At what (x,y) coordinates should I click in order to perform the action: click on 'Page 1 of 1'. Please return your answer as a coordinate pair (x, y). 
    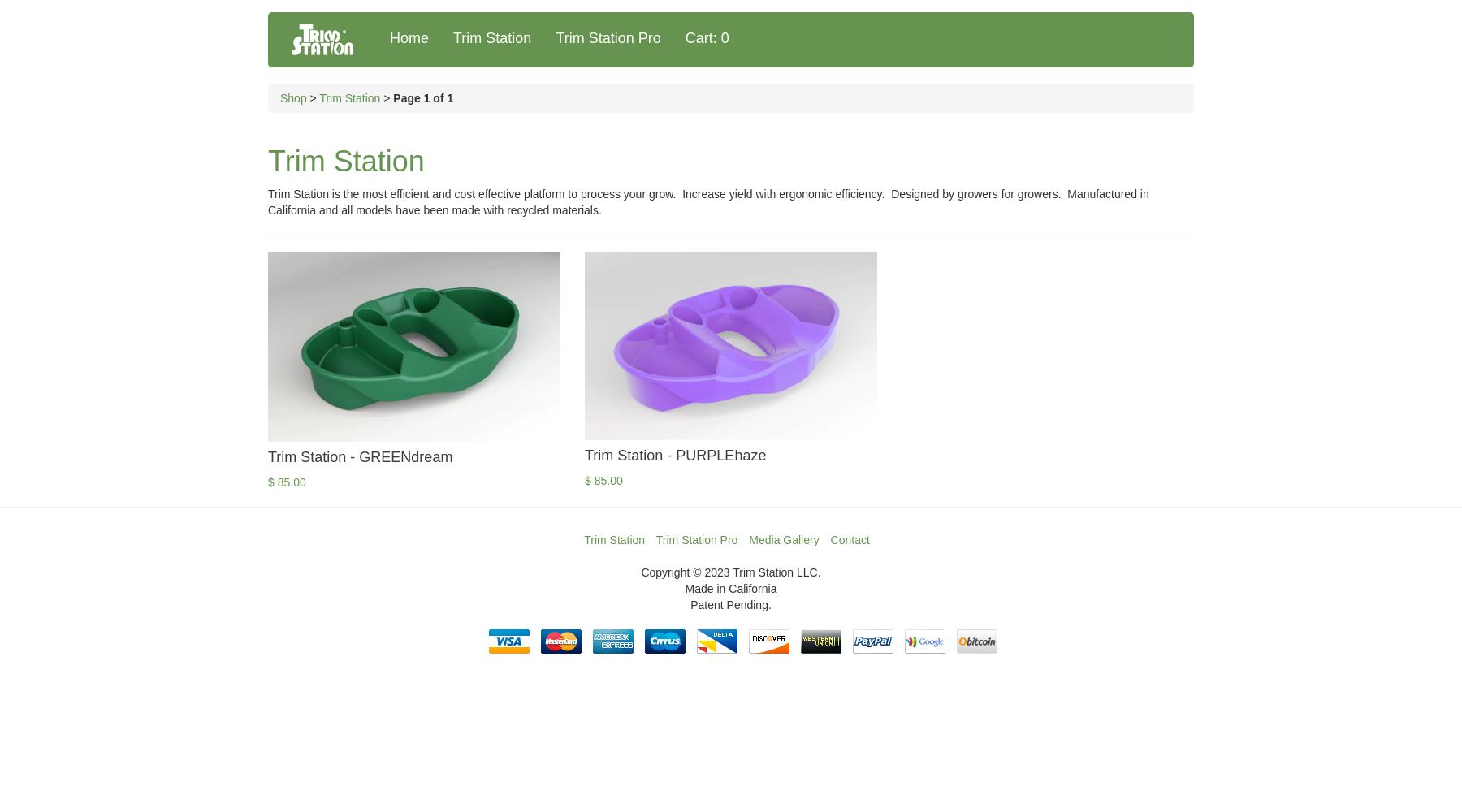
    Looking at the image, I should click on (422, 97).